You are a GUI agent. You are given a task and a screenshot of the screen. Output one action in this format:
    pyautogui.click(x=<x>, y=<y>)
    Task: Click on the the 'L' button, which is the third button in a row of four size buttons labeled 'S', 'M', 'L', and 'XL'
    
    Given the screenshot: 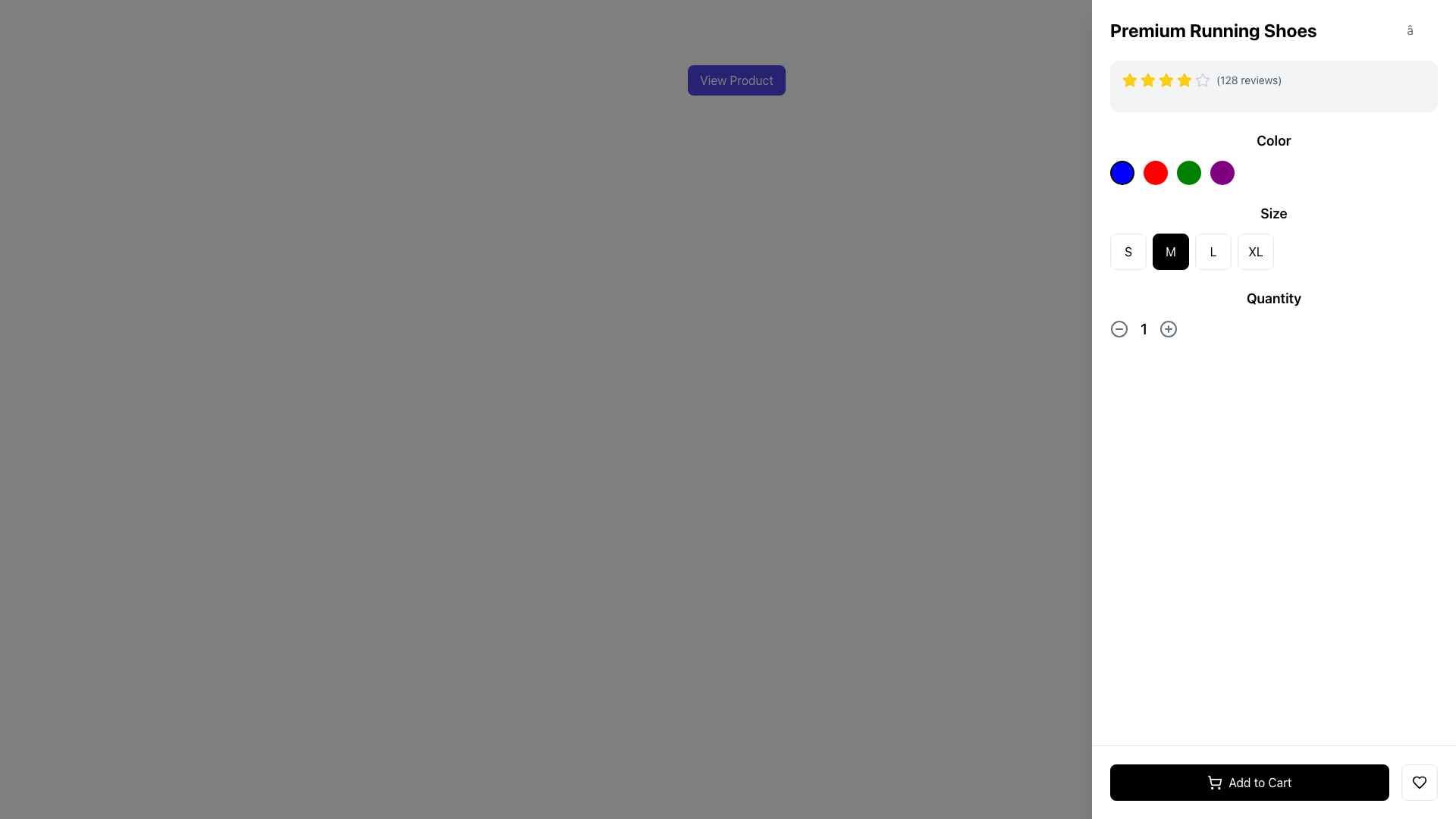 What is the action you would take?
    pyautogui.click(x=1212, y=250)
    